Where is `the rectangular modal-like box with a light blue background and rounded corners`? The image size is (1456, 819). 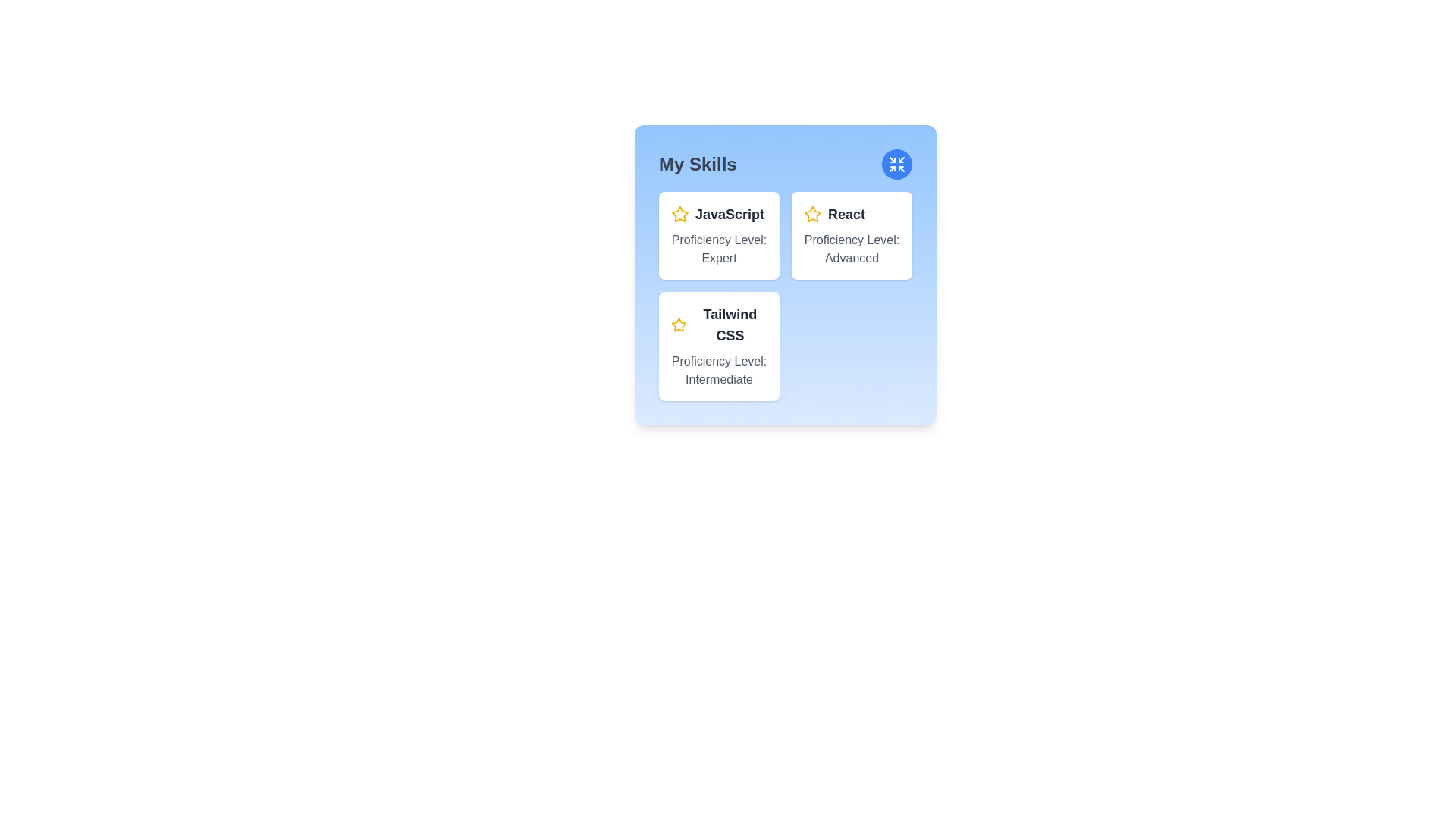
the rectangular modal-like box with a light blue background and rounded corners is located at coordinates (786, 274).